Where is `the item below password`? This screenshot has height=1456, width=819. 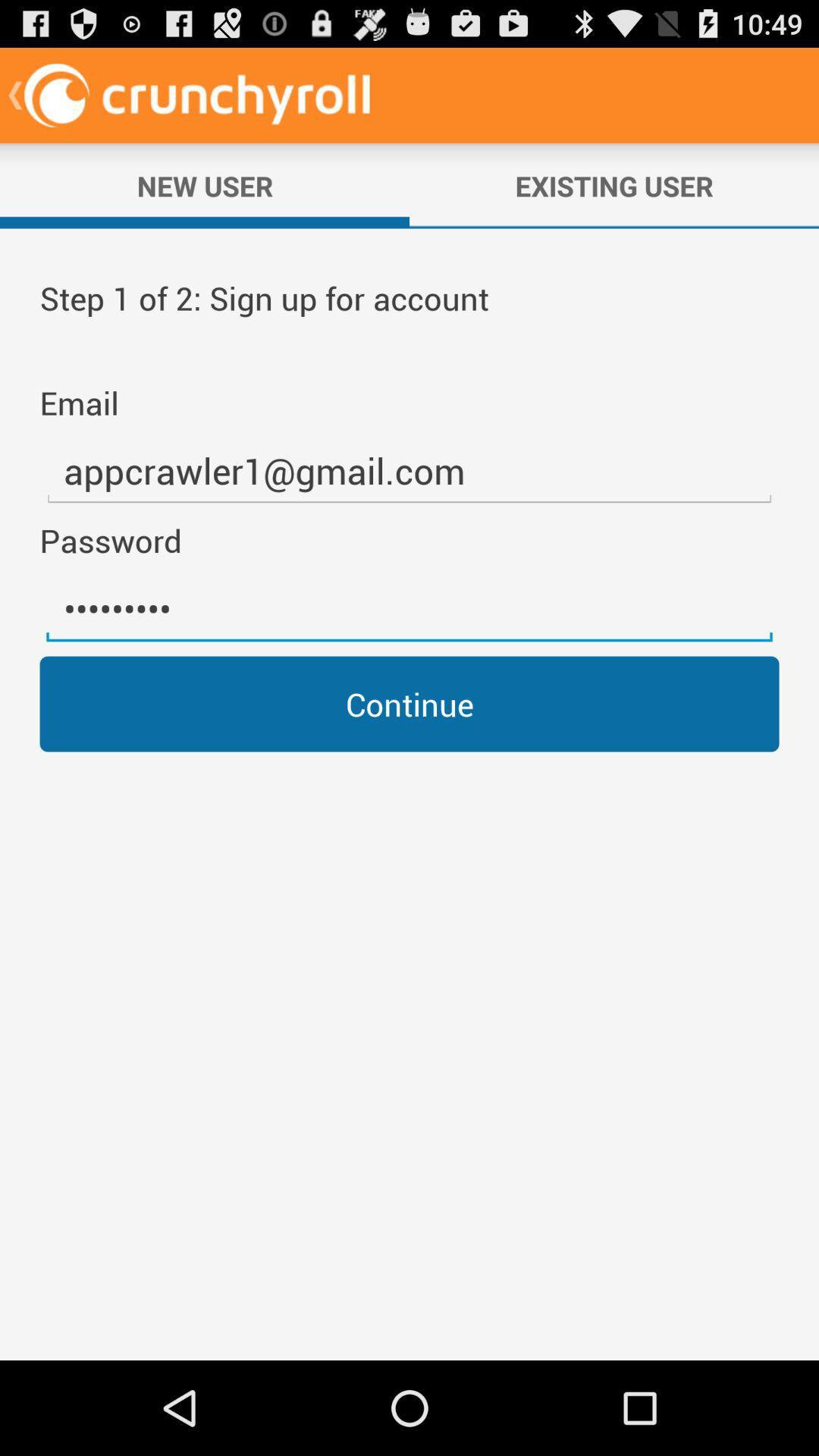 the item below password is located at coordinates (409, 609).